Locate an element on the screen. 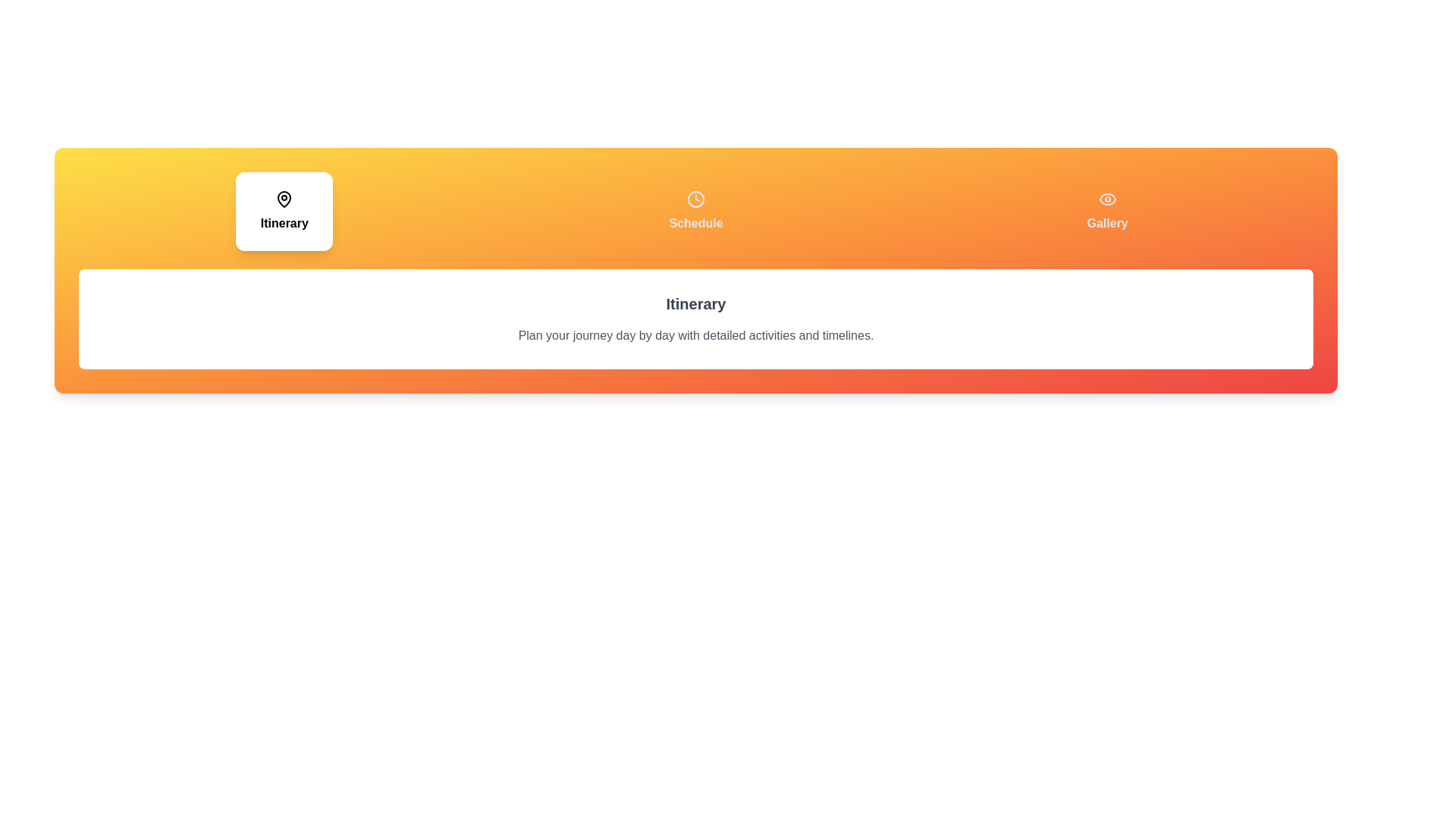  the tab labeled Gallery to view its content is located at coordinates (1107, 211).